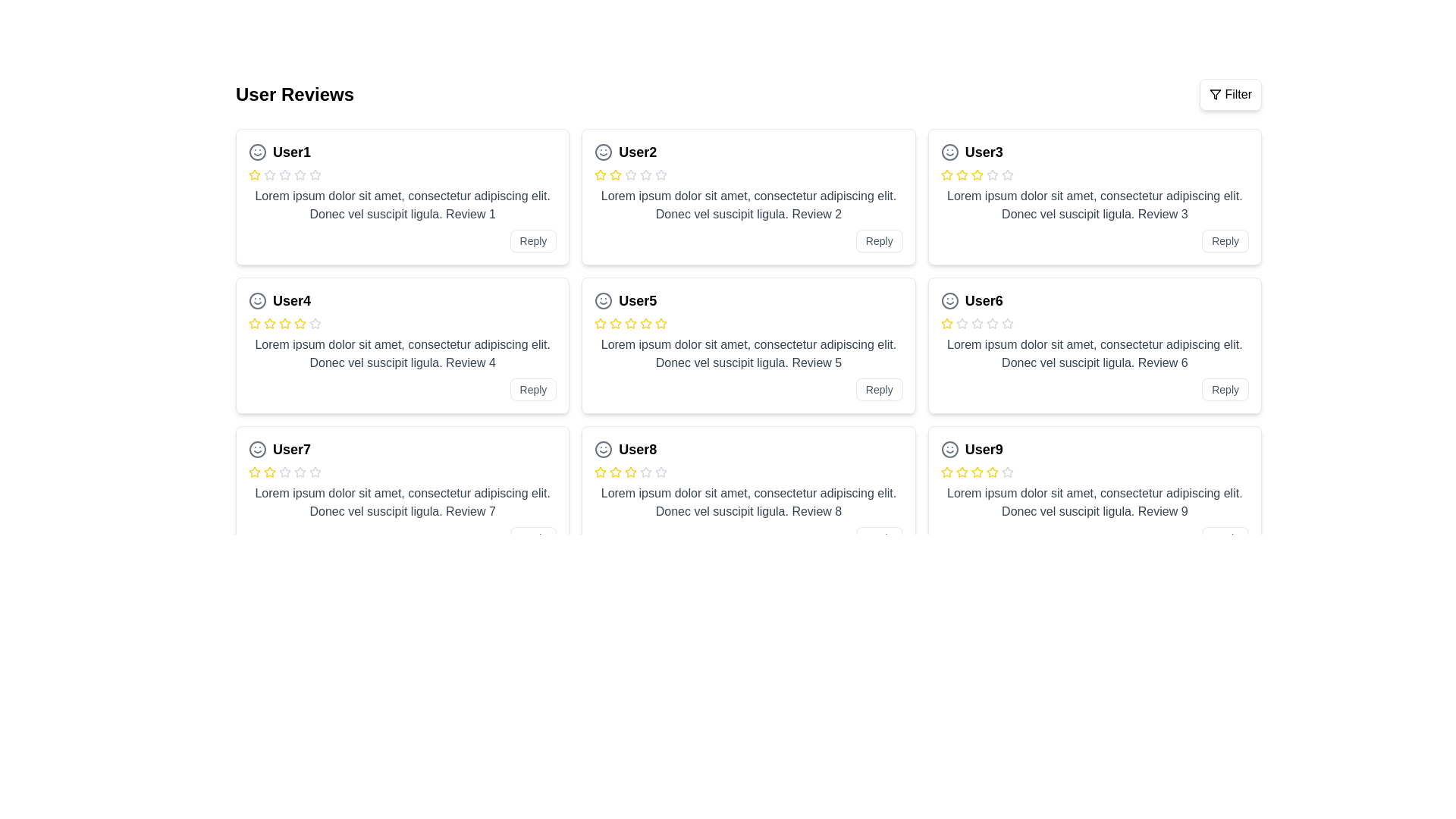 Image resolution: width=1456 pixels, height=819 pixels. I want to click on the second star icon, so click(977, 322).